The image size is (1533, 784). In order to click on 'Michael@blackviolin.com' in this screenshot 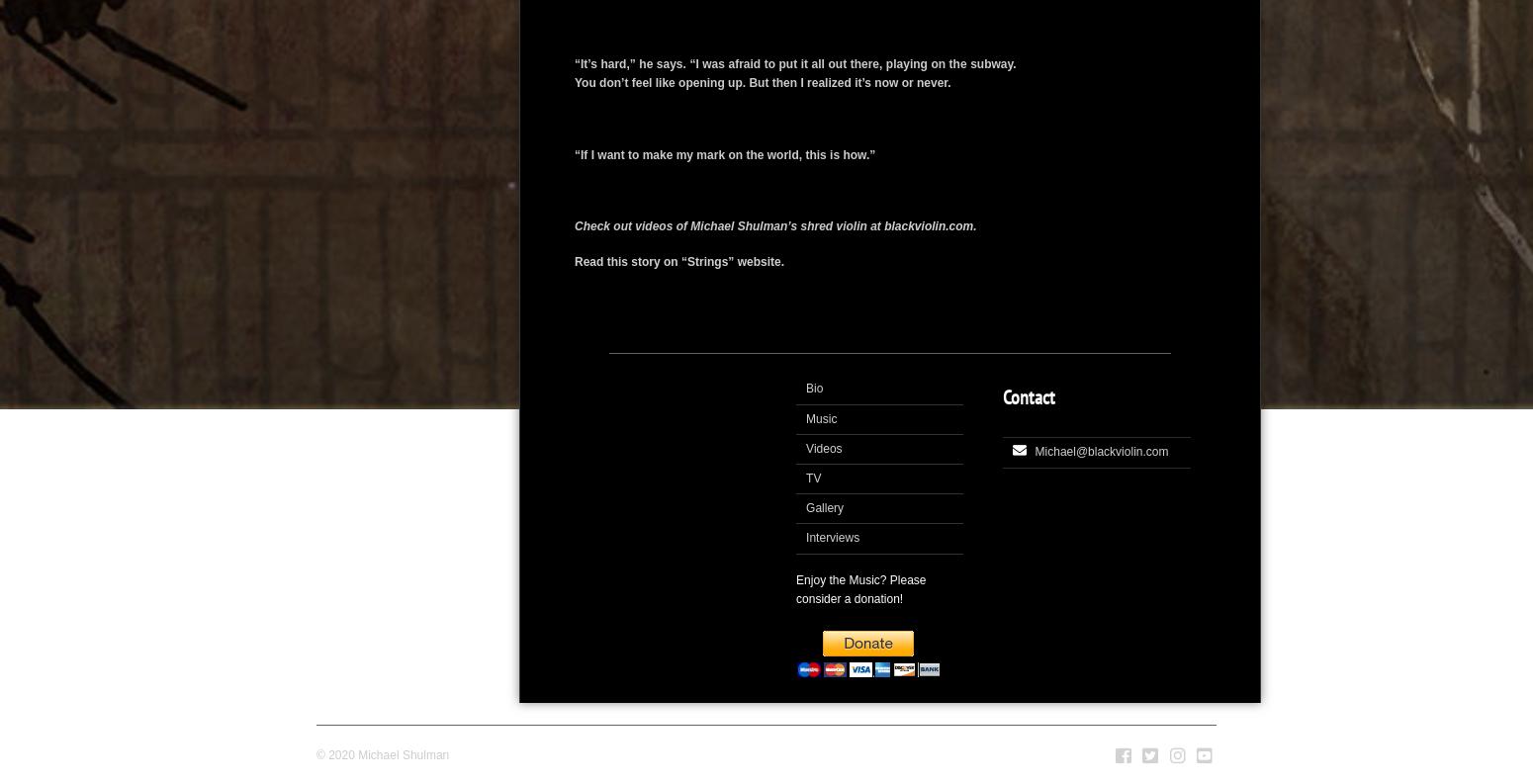, I will do `click(1100, 451)`.